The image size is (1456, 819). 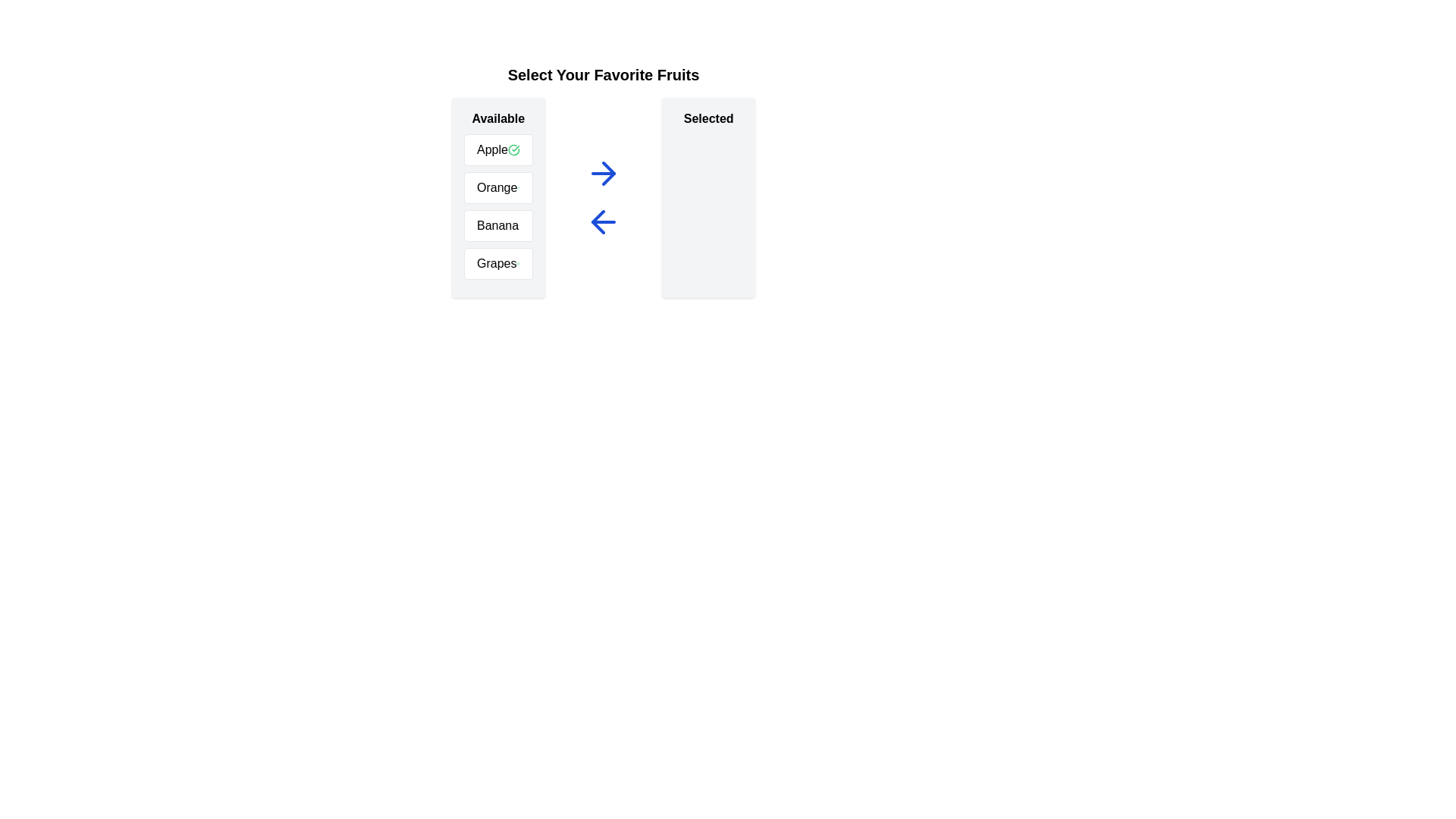 What do you see at coordinates (498, 149) in the screenshot?
I see `the text of the available item 'Apple' to select it` at bounding box center [498, 149].